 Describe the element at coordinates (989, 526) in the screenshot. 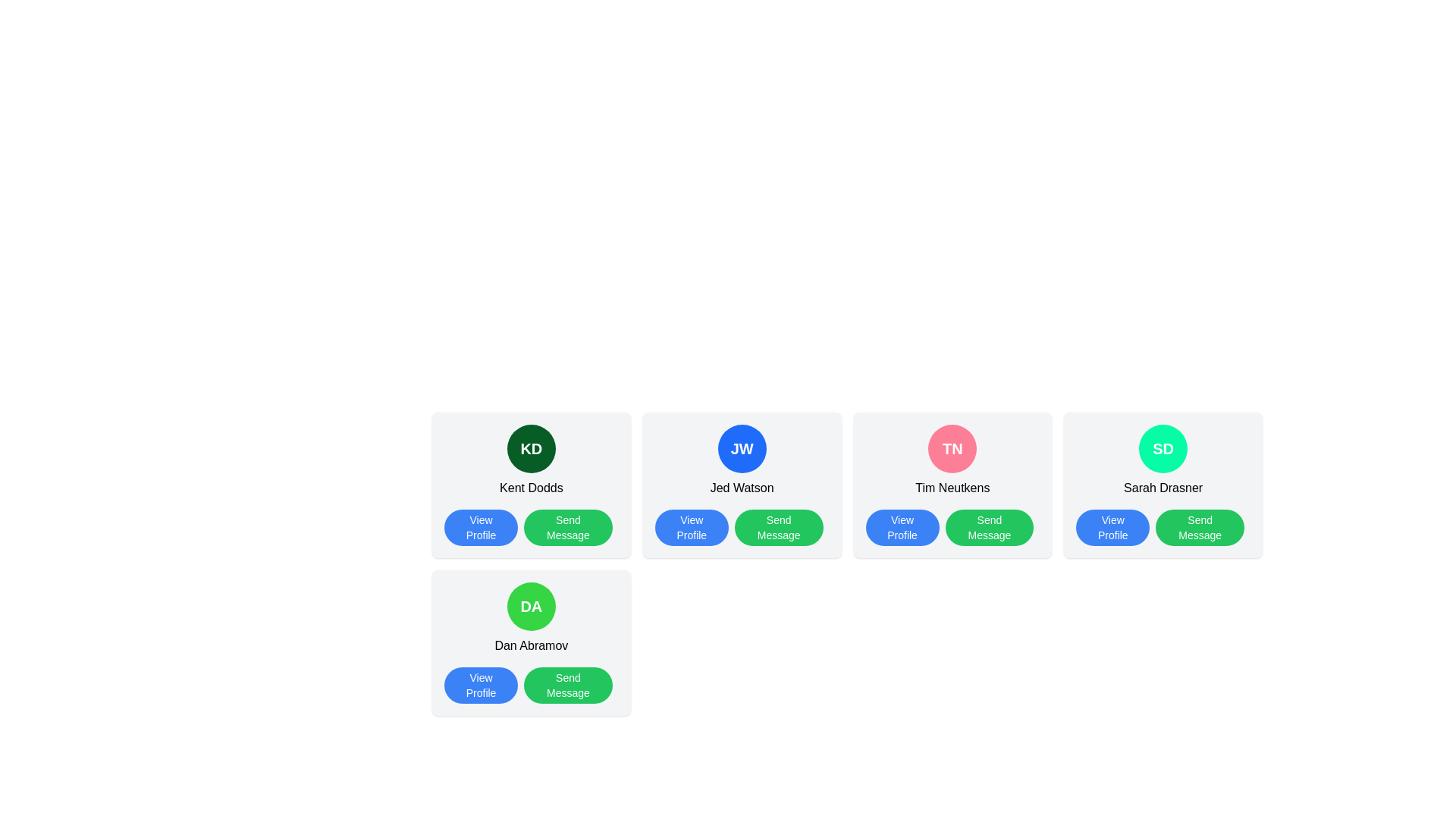

I see `the green button labeled 'Send Message' located in the bottom-right corner of the card for 'Tim Neutkens' to initiate messaging` at that location.